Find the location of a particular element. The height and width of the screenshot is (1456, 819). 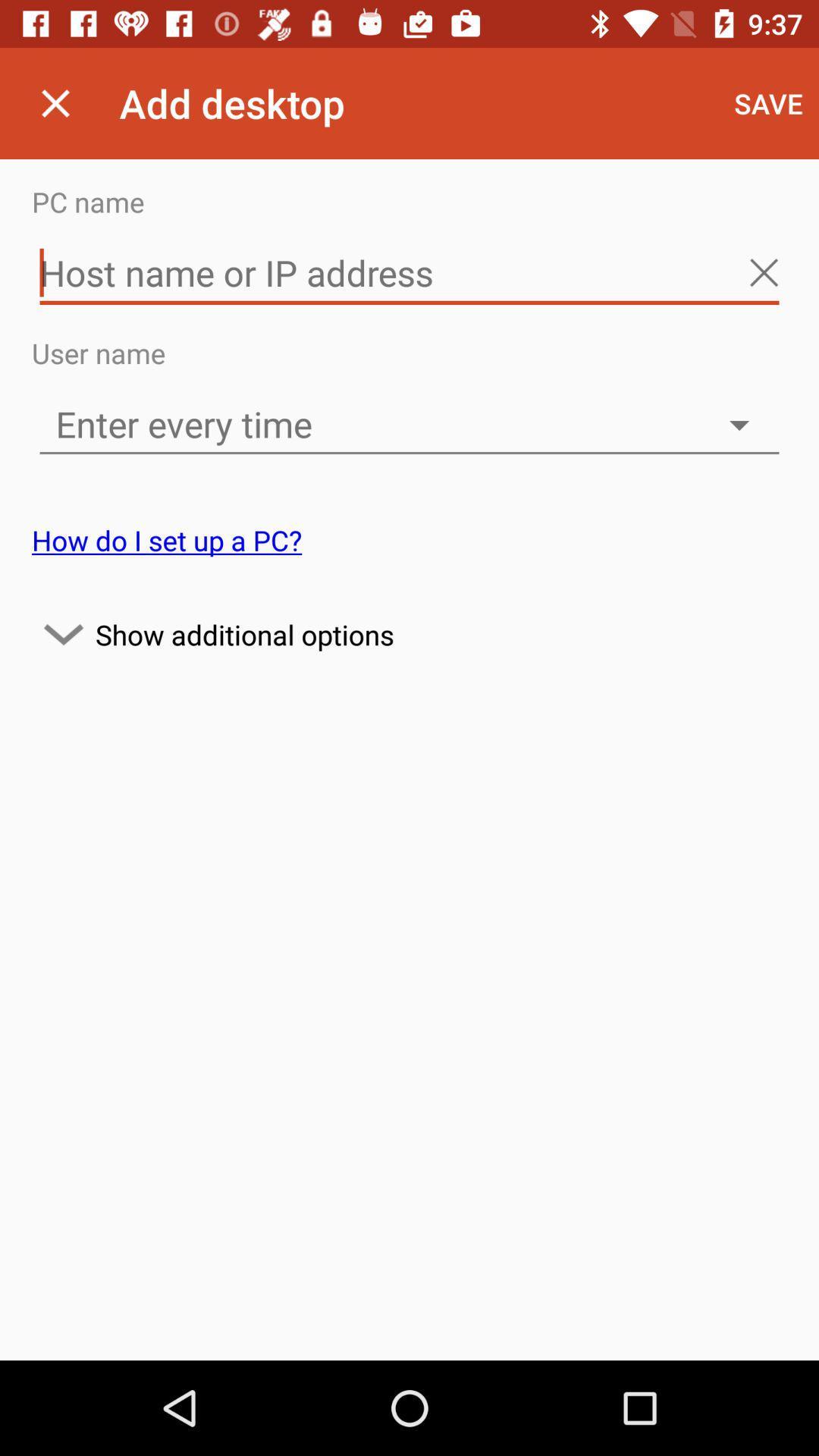

the icon above the pc name is located at coordinates (55, 102).